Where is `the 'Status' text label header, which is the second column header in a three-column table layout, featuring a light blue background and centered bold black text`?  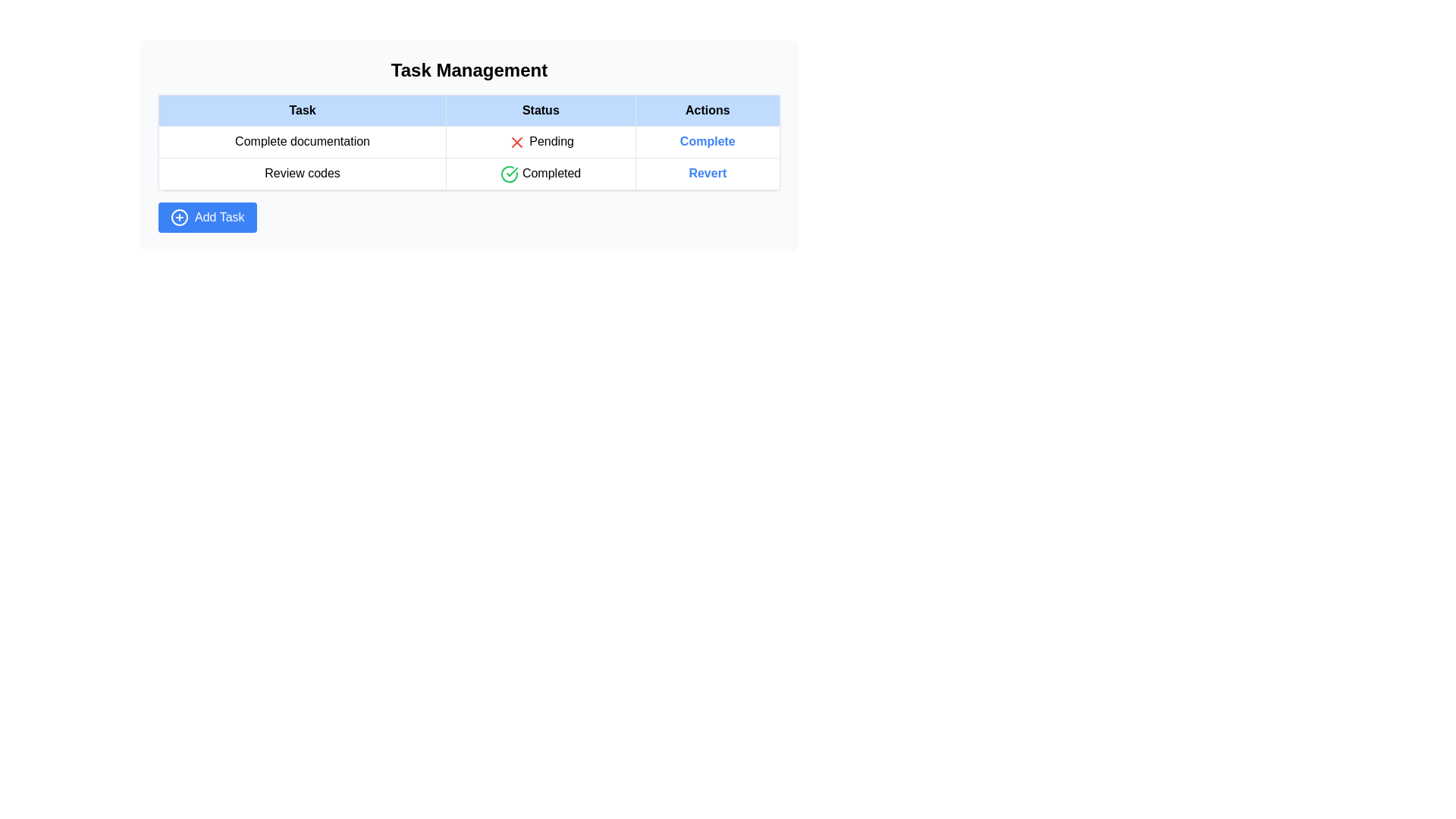
the 'Status' text label header, which is the second column header in a three-column table layout, featuring a light blue background and centered bold black text is located at coordinates (541, 110).